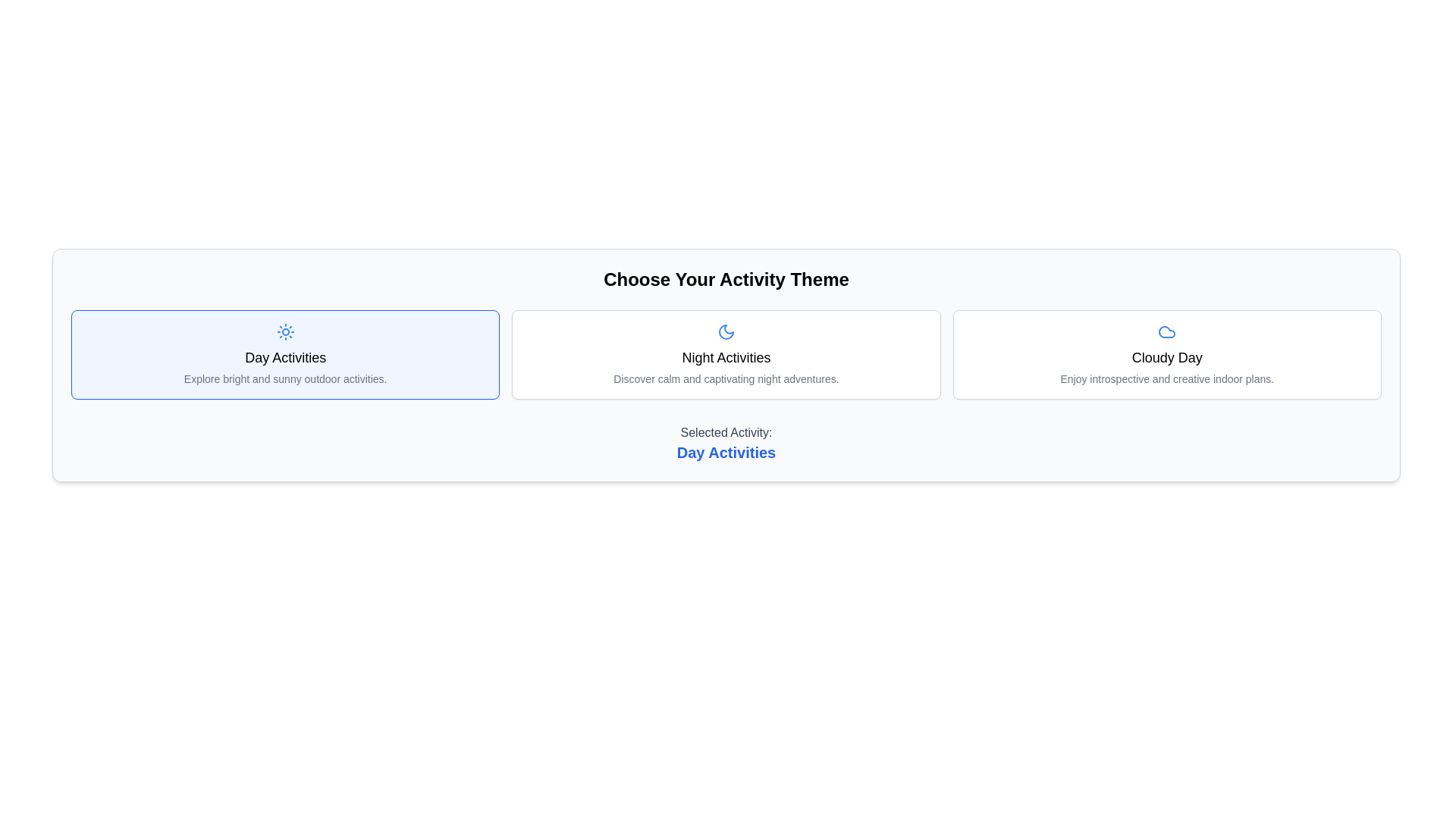  What do you see at coordinates (1166, 331) in the screenshot?
I see `the decorative icon representing the Cloudy Day activity option, which is centered within the third card titled 'Cloudy Day' under the 'Choose Your Activity Theme' section` at bounding box center [1166, 331].